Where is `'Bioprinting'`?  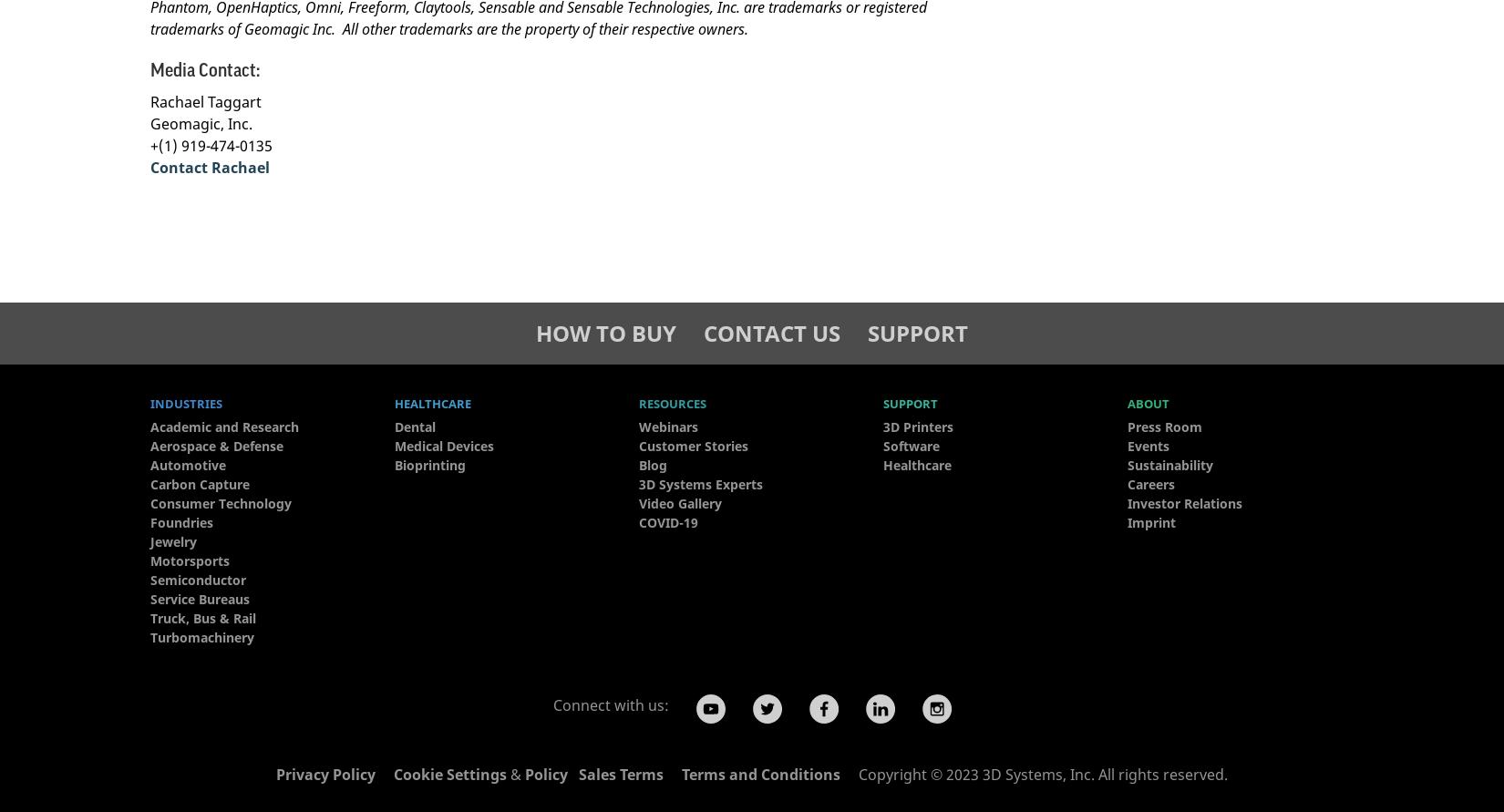 'Bioprinting' is located at coordinates (429, 463).